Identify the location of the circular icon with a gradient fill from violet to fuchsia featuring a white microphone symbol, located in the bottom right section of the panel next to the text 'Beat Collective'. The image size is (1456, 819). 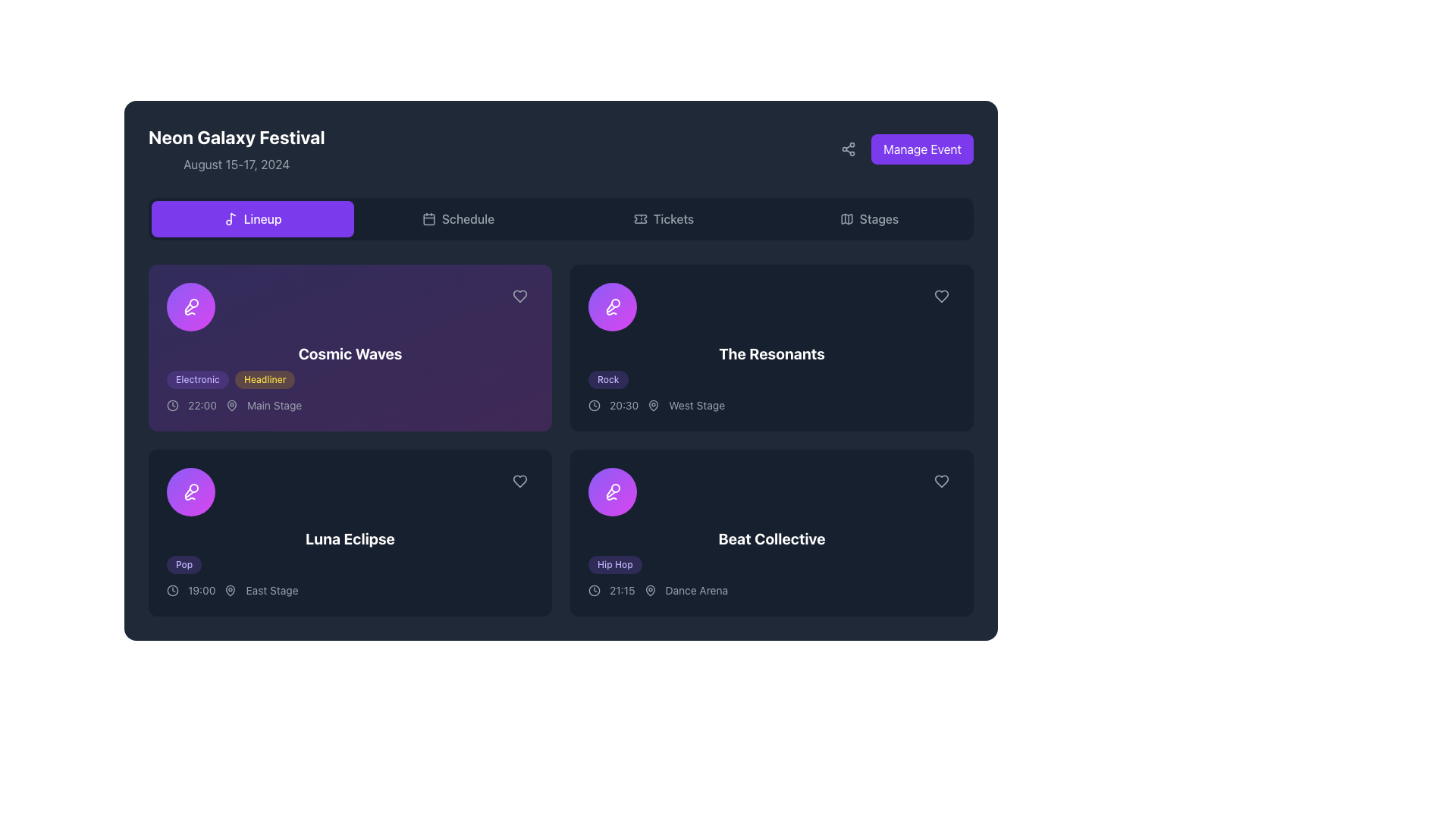
(612, 491).